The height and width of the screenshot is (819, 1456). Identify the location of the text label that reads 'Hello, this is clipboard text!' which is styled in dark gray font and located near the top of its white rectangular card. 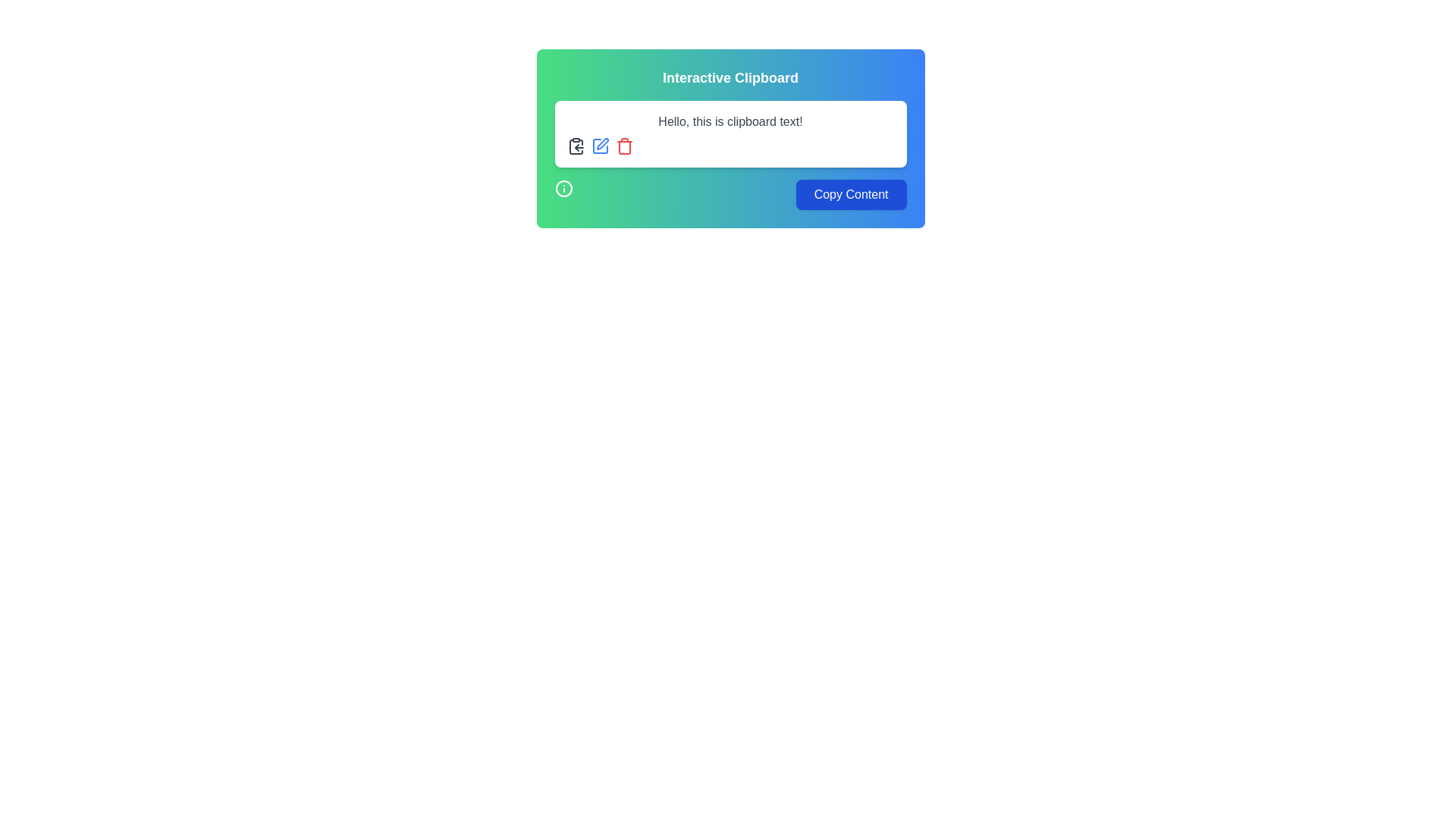
(730, 121).